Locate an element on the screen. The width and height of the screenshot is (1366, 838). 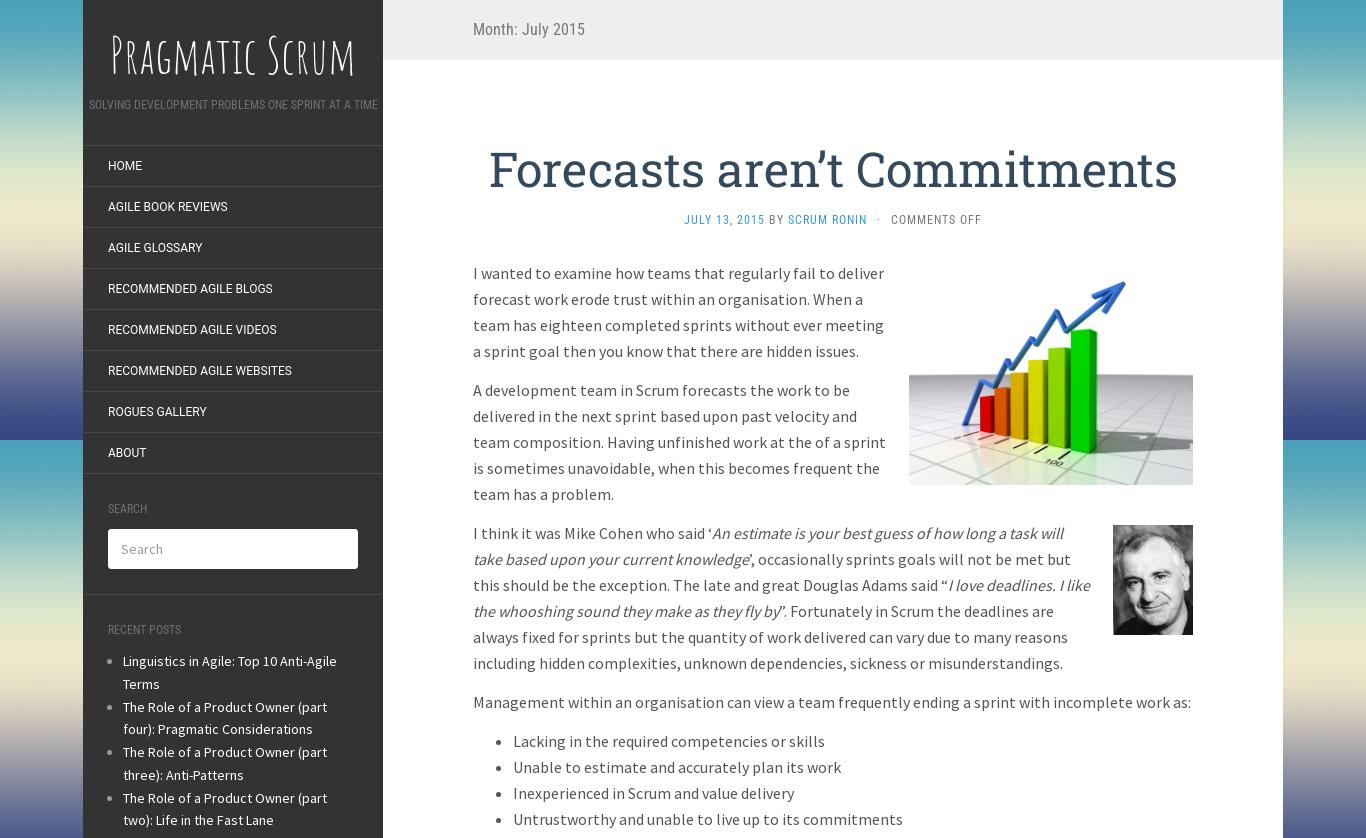
'Recommended Agile Blogs' is located at coordinates (189, 288).